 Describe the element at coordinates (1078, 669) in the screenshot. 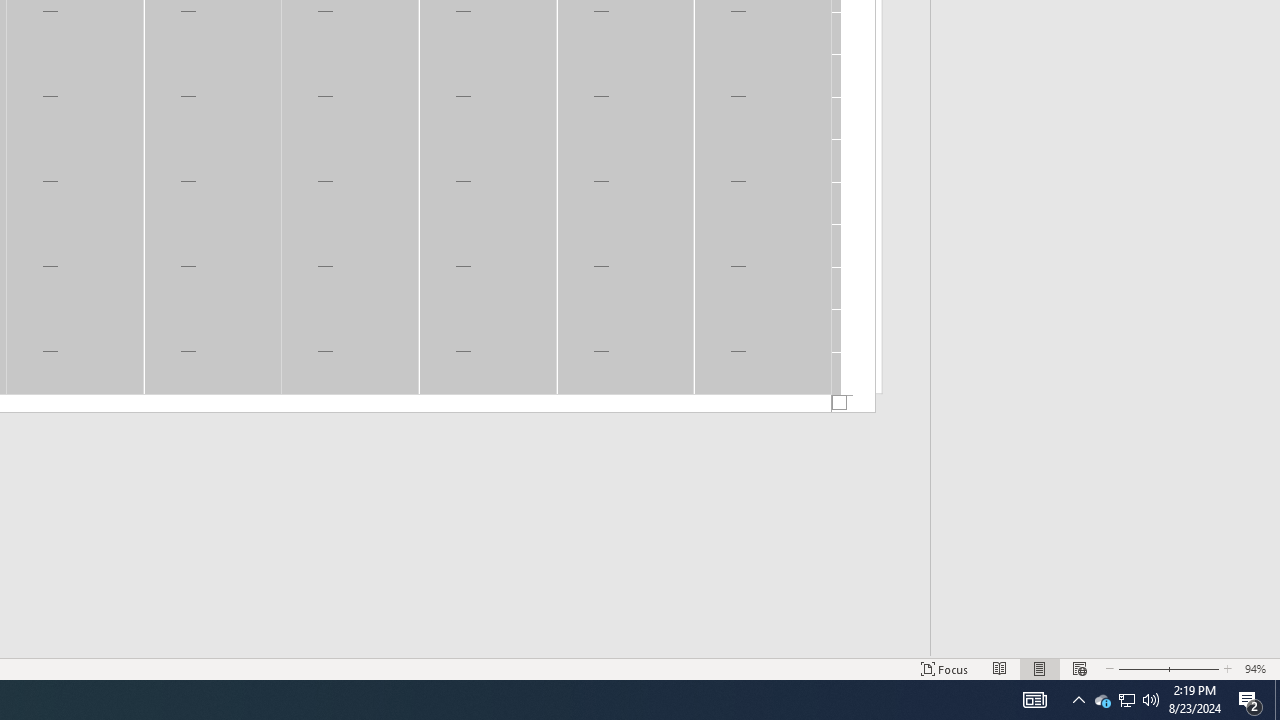

I see `'Web Layout'` at that location.